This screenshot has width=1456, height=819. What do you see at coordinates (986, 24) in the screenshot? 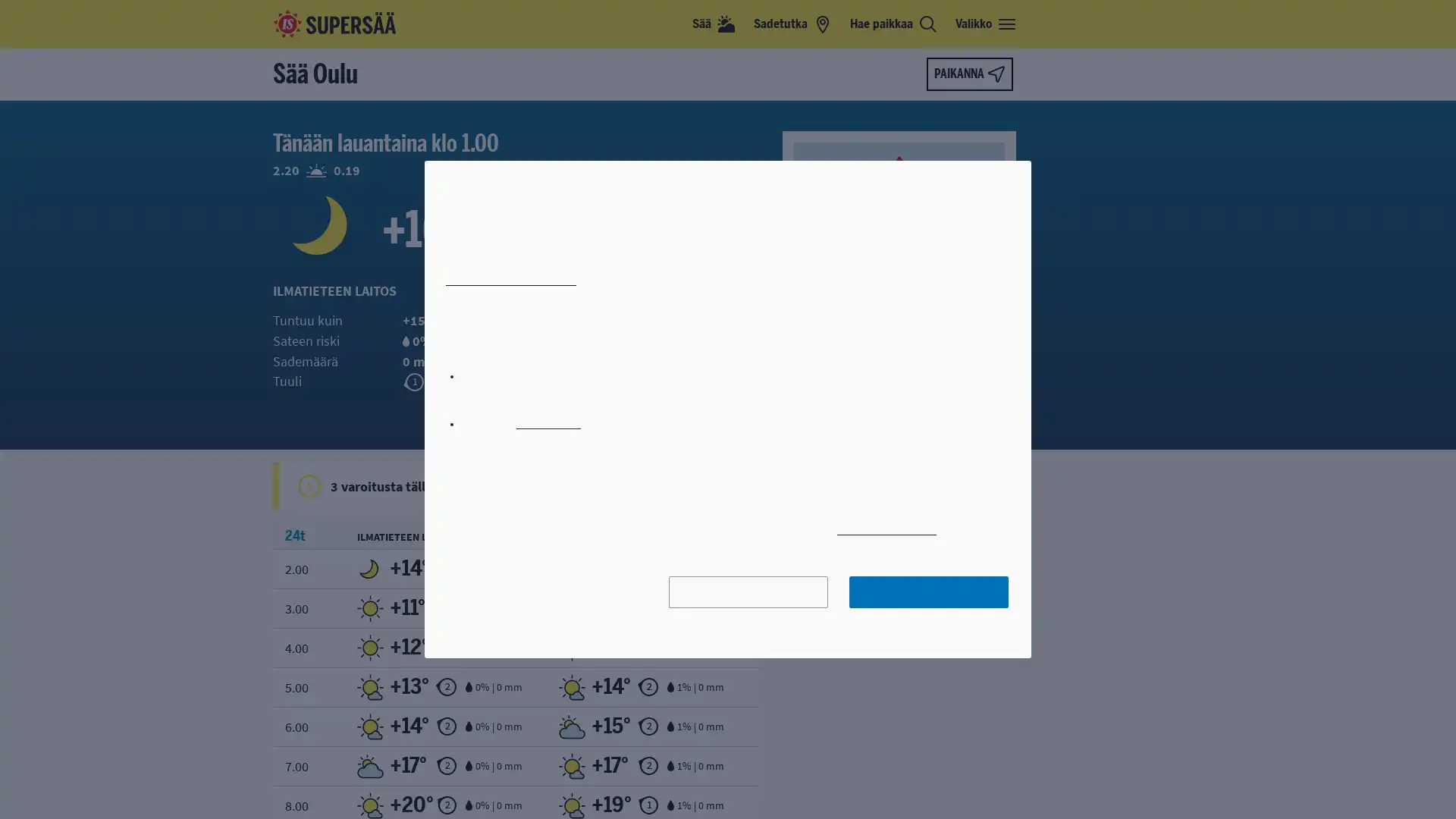
I see `Valikko` at bounding box center [986, 24].